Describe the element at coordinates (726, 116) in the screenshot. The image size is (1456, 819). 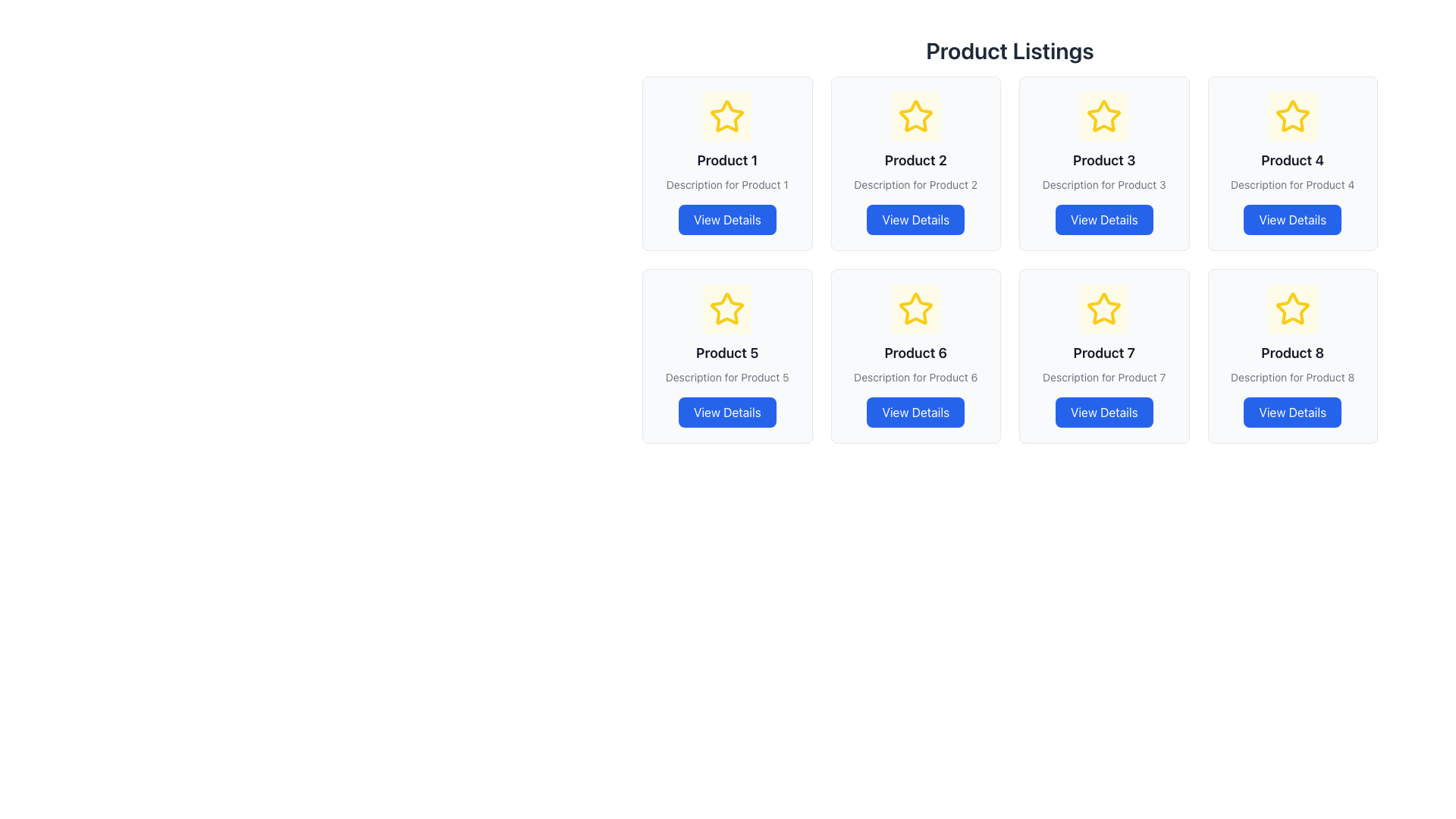
I see `the star-shaped icon with a yellow outline located in the top-left corner of the first product card in the product listing grid` at that location.